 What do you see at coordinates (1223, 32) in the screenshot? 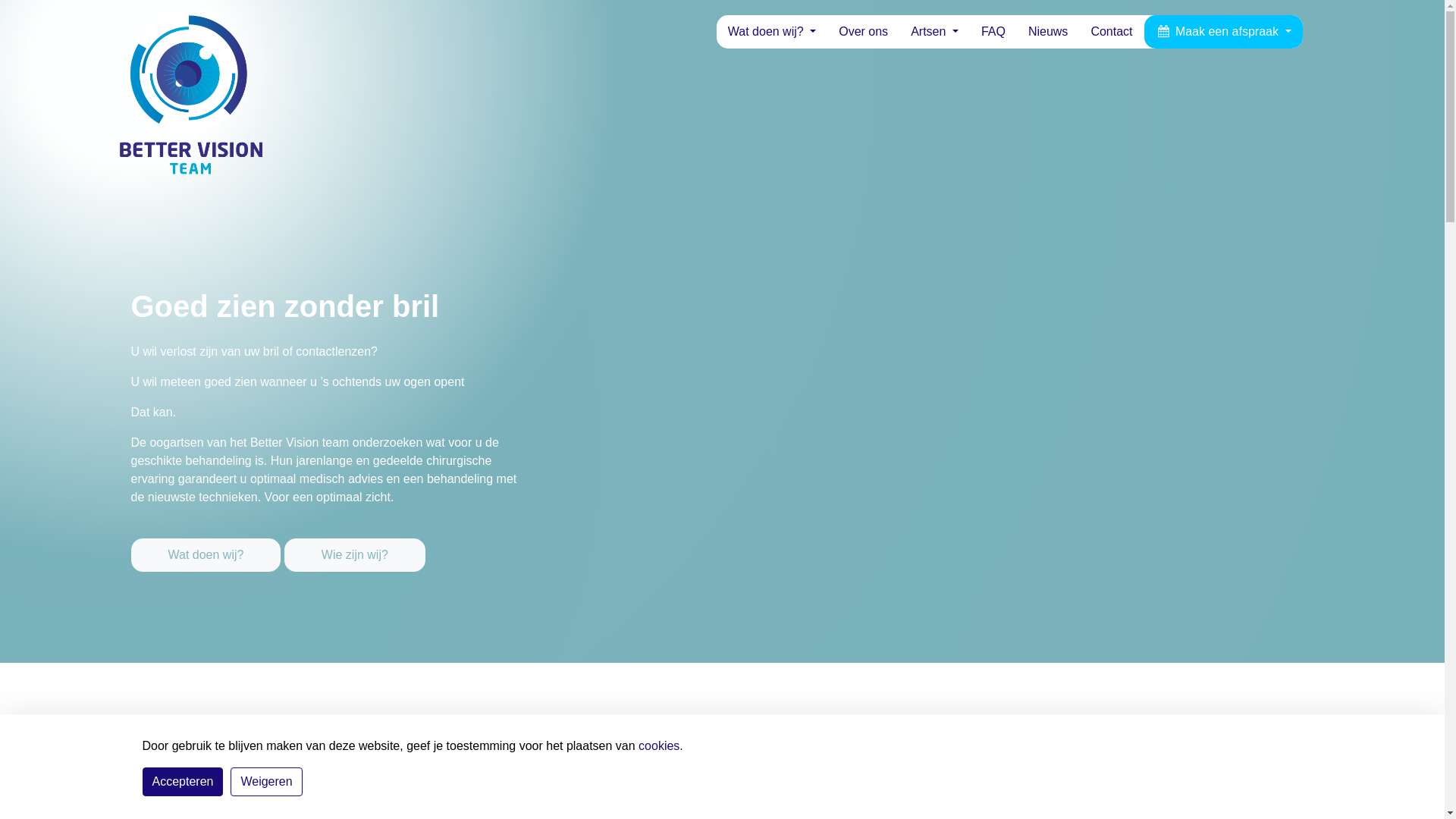
I see `'Maak een afspraak'` at bounding box center [1223, 32].